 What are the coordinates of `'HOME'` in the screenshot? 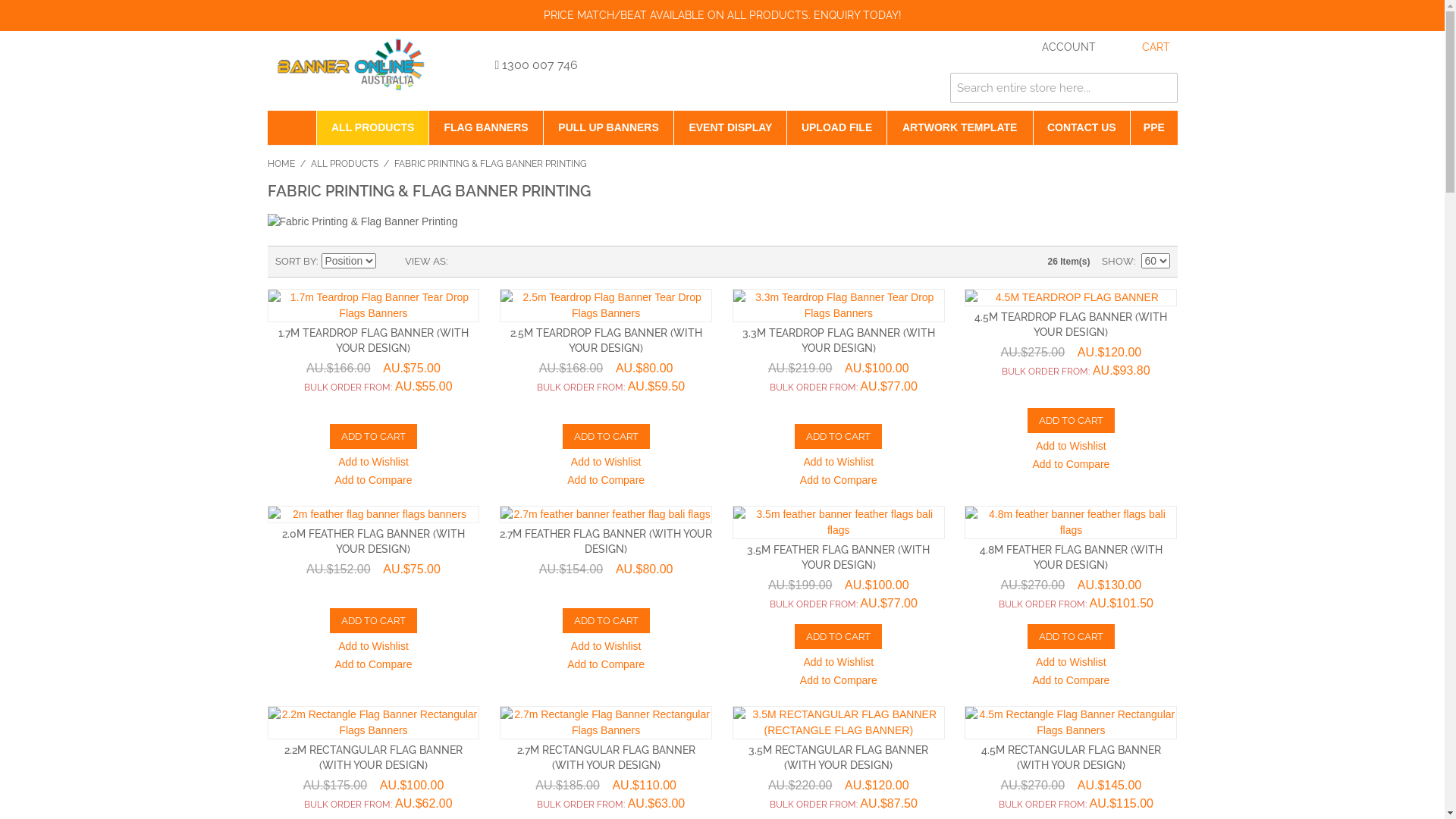 It's located at (280, 164).